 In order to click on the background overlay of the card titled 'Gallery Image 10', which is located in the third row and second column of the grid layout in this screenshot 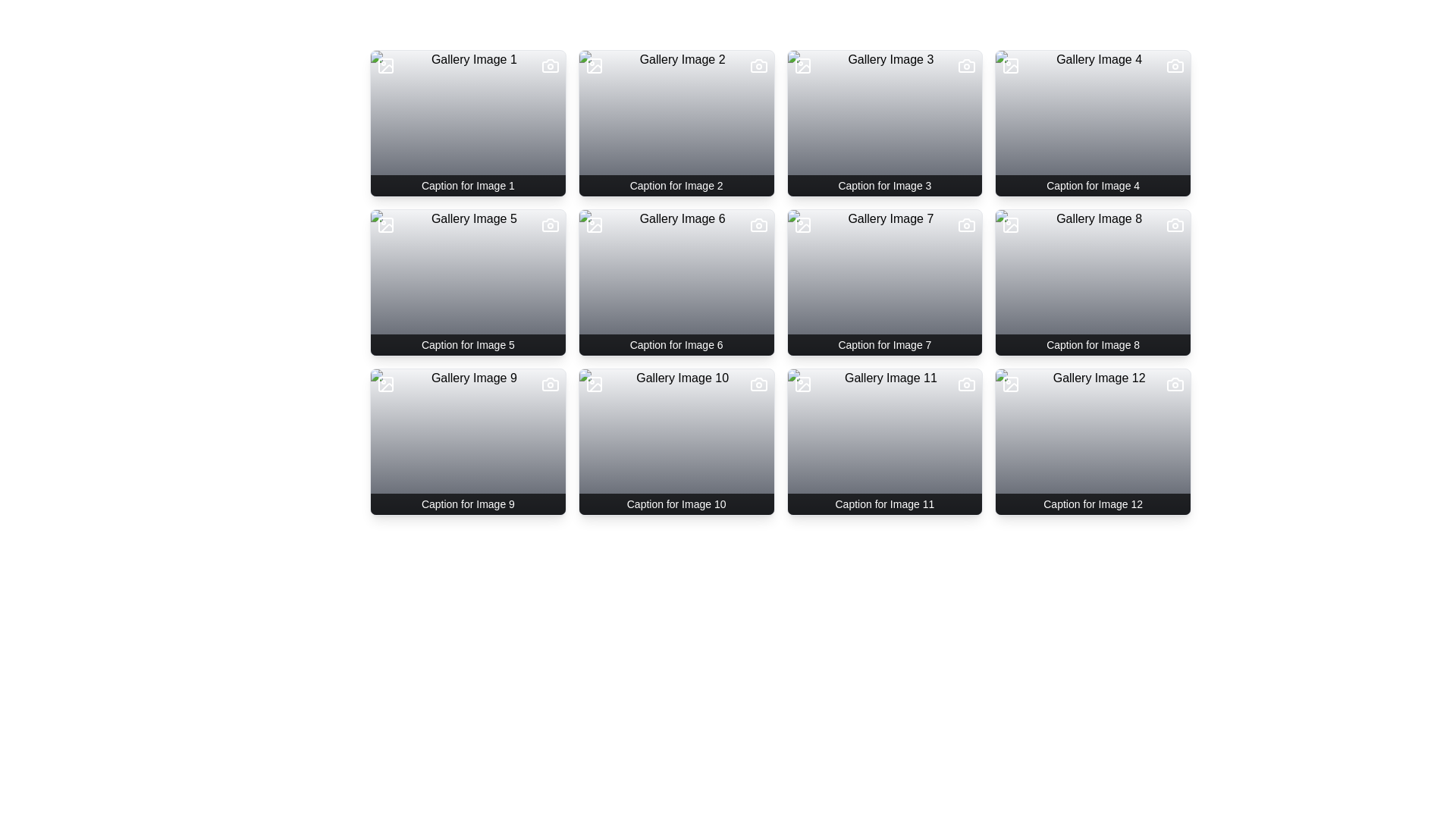, I will do `click(676, 441)`.